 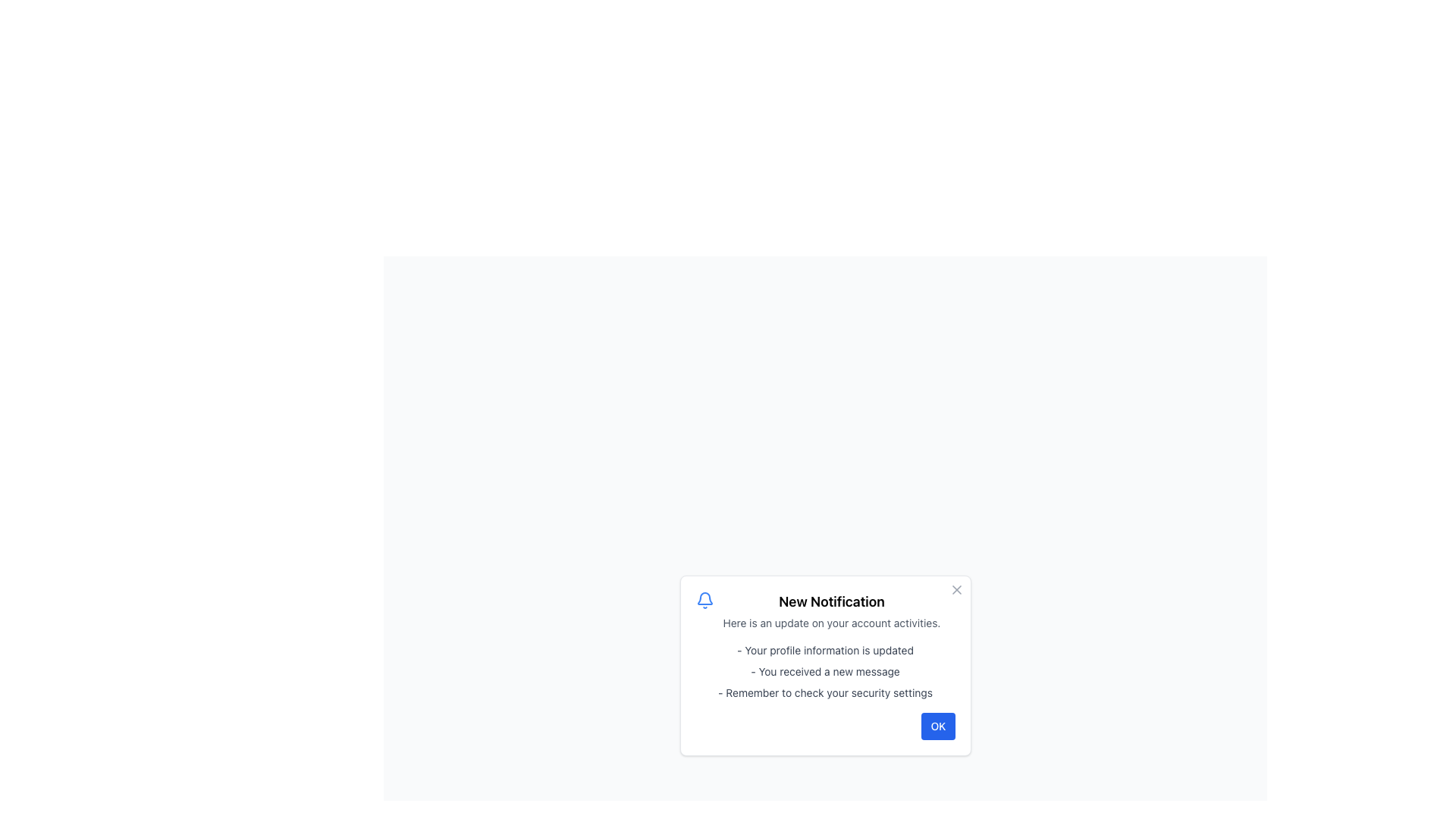 I want to click on the notification icon positioned to the left of the 'New Notification' text within the notification card, which visually indicates the notification nature of the card, so click(x=704, y=599).